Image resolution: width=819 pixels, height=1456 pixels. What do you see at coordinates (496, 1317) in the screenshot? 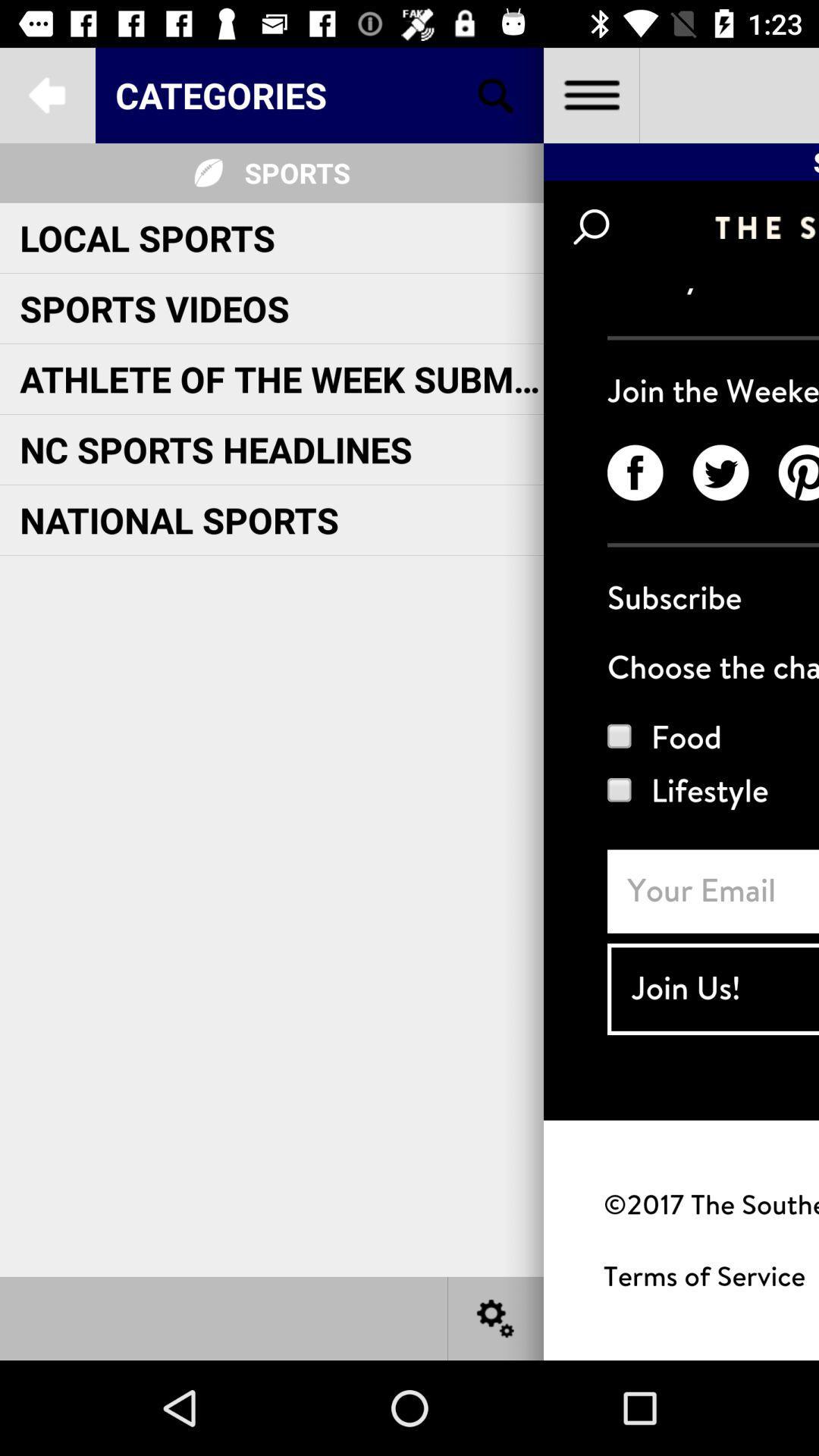
I see `the settings icon` at bounding box center [496, 1317].